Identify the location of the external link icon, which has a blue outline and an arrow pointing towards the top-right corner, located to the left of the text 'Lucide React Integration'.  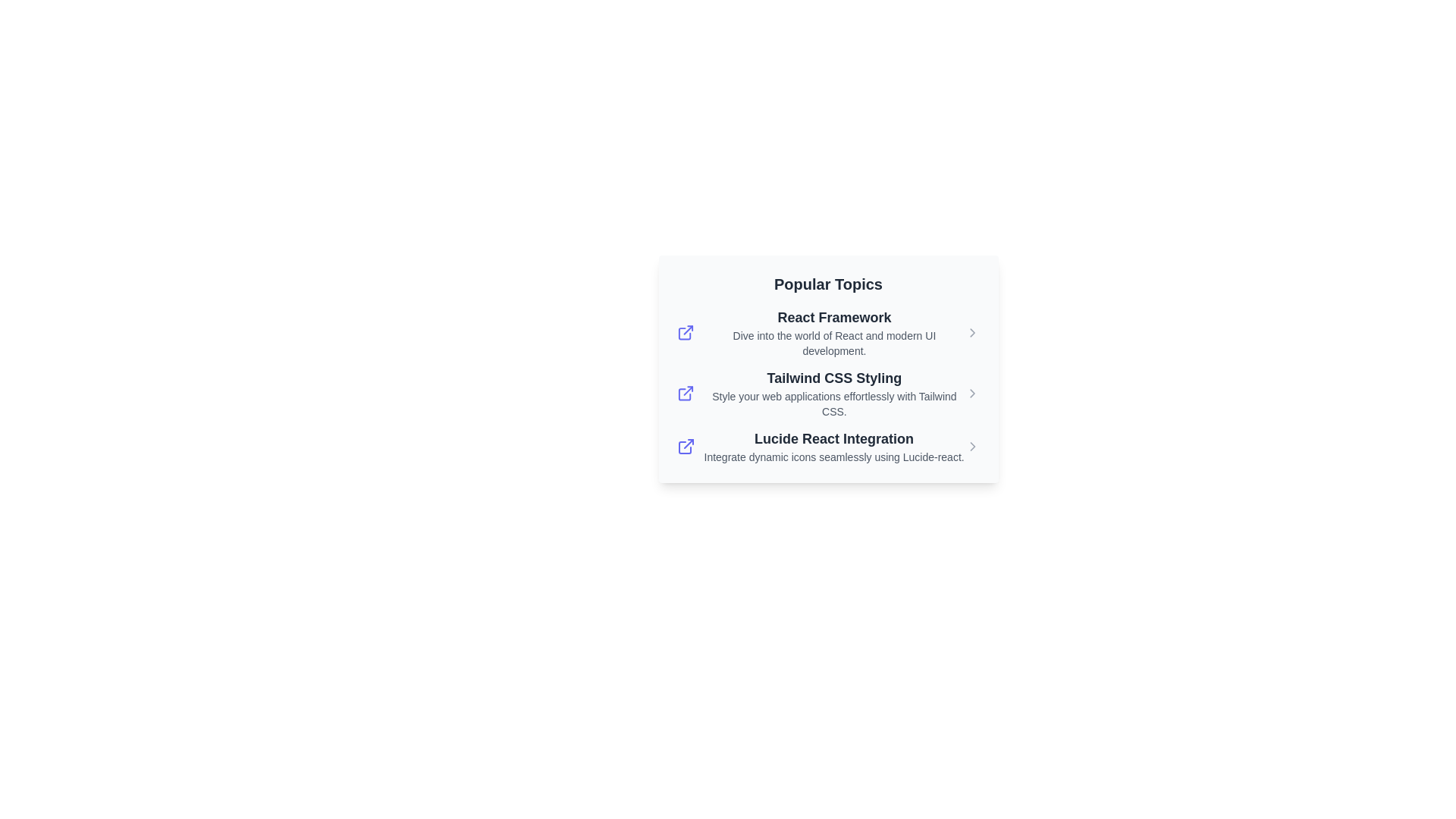
(685, 446).